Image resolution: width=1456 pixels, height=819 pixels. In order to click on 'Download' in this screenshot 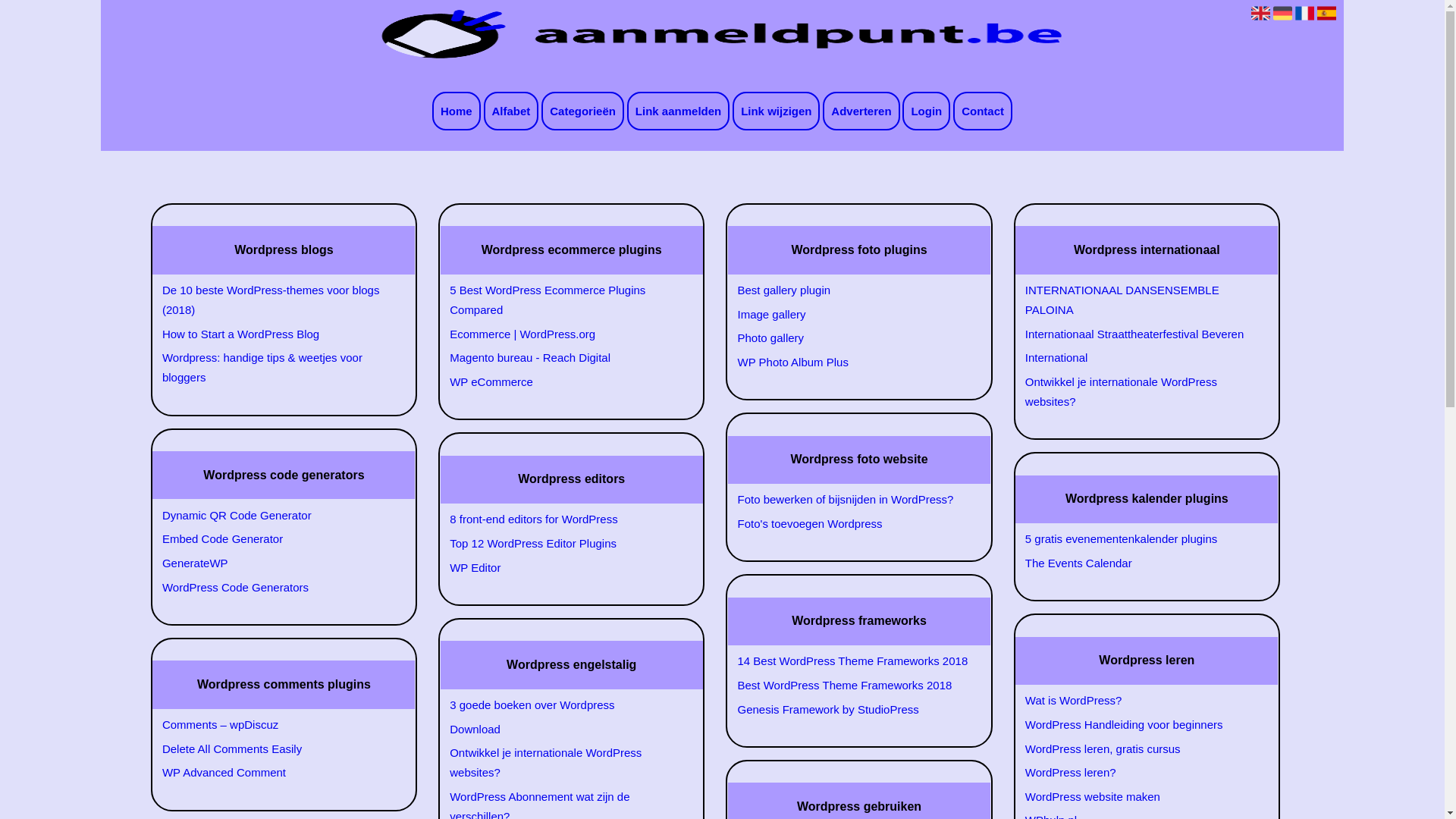, I will do `click(441, 728)`.